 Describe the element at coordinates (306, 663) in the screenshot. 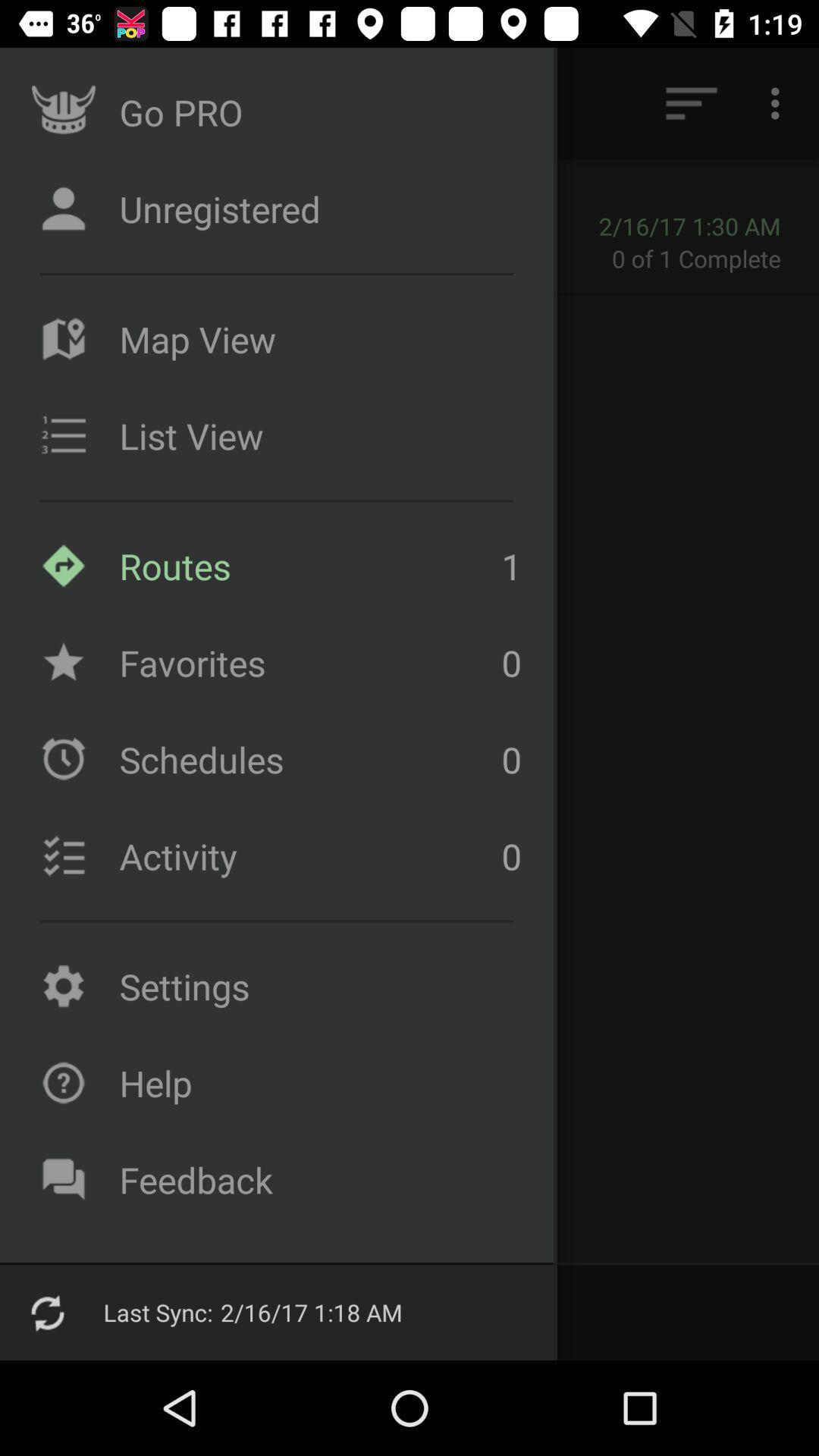

I see `item below the routes item` at that location.